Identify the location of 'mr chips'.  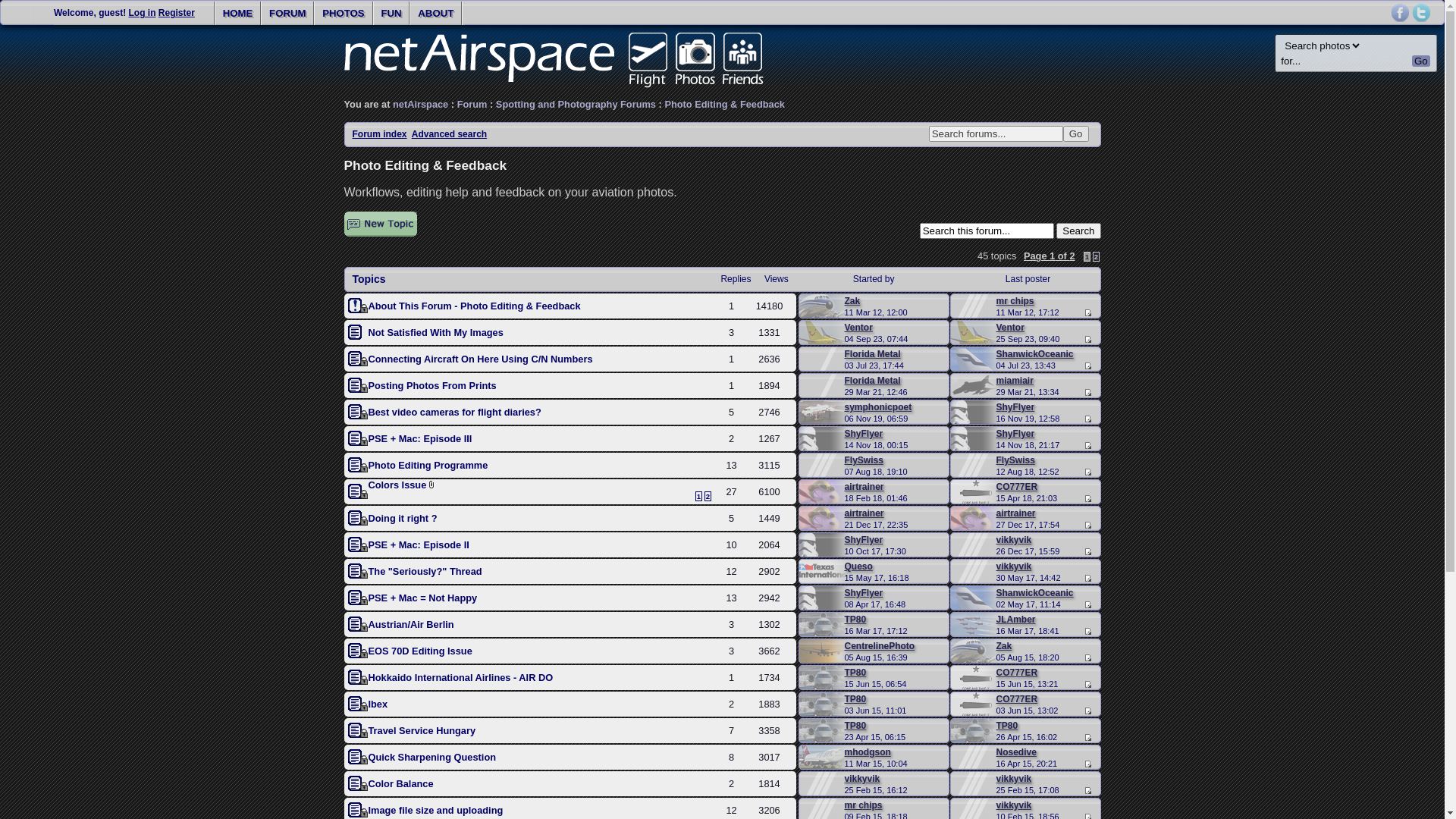
(996, 301).